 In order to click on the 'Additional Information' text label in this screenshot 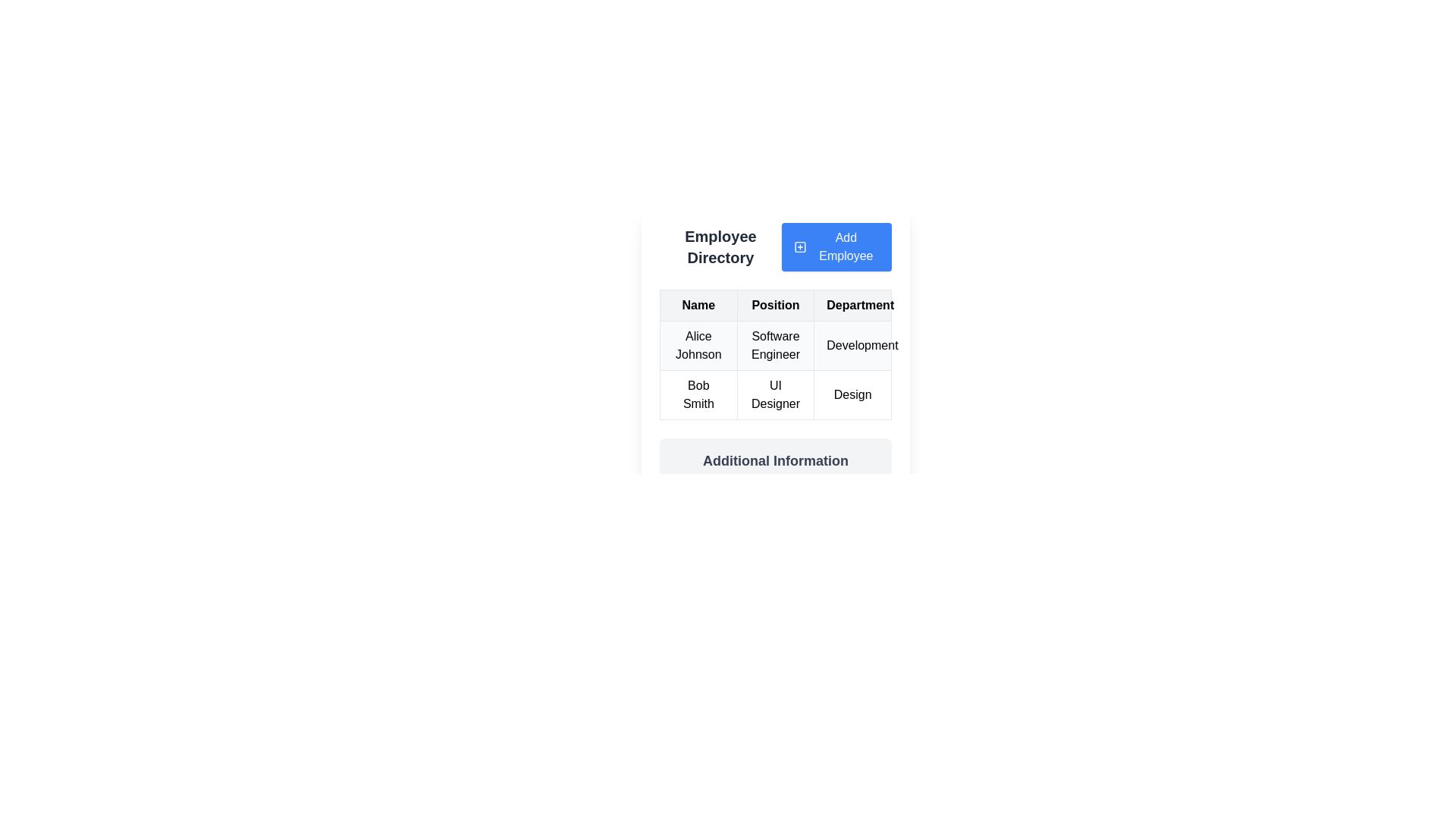, I will do `click(775, 460)`.